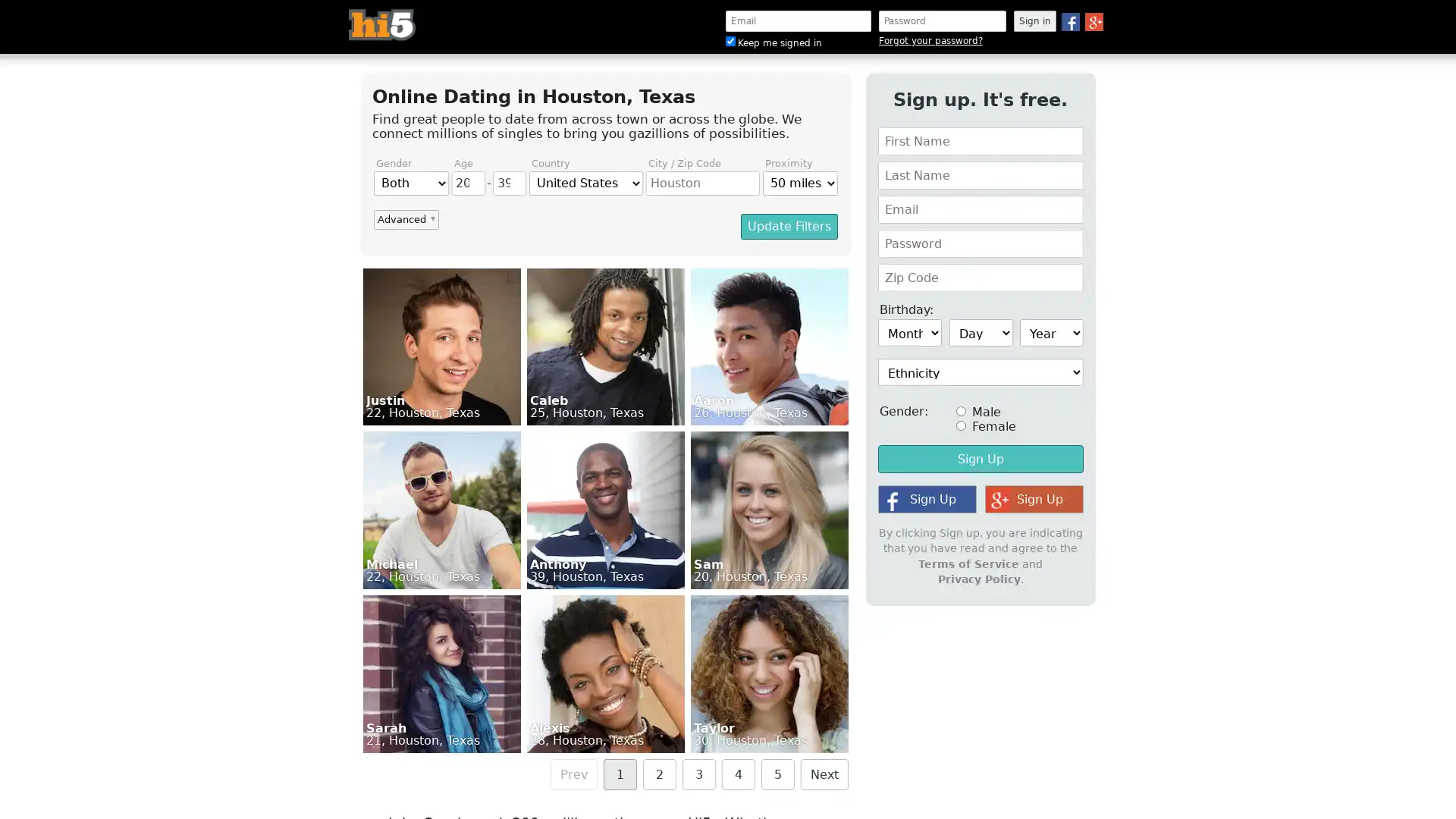 The height and width of the screenshot is (819, 1456). I want to click on Sign Up, so click(926, 499).